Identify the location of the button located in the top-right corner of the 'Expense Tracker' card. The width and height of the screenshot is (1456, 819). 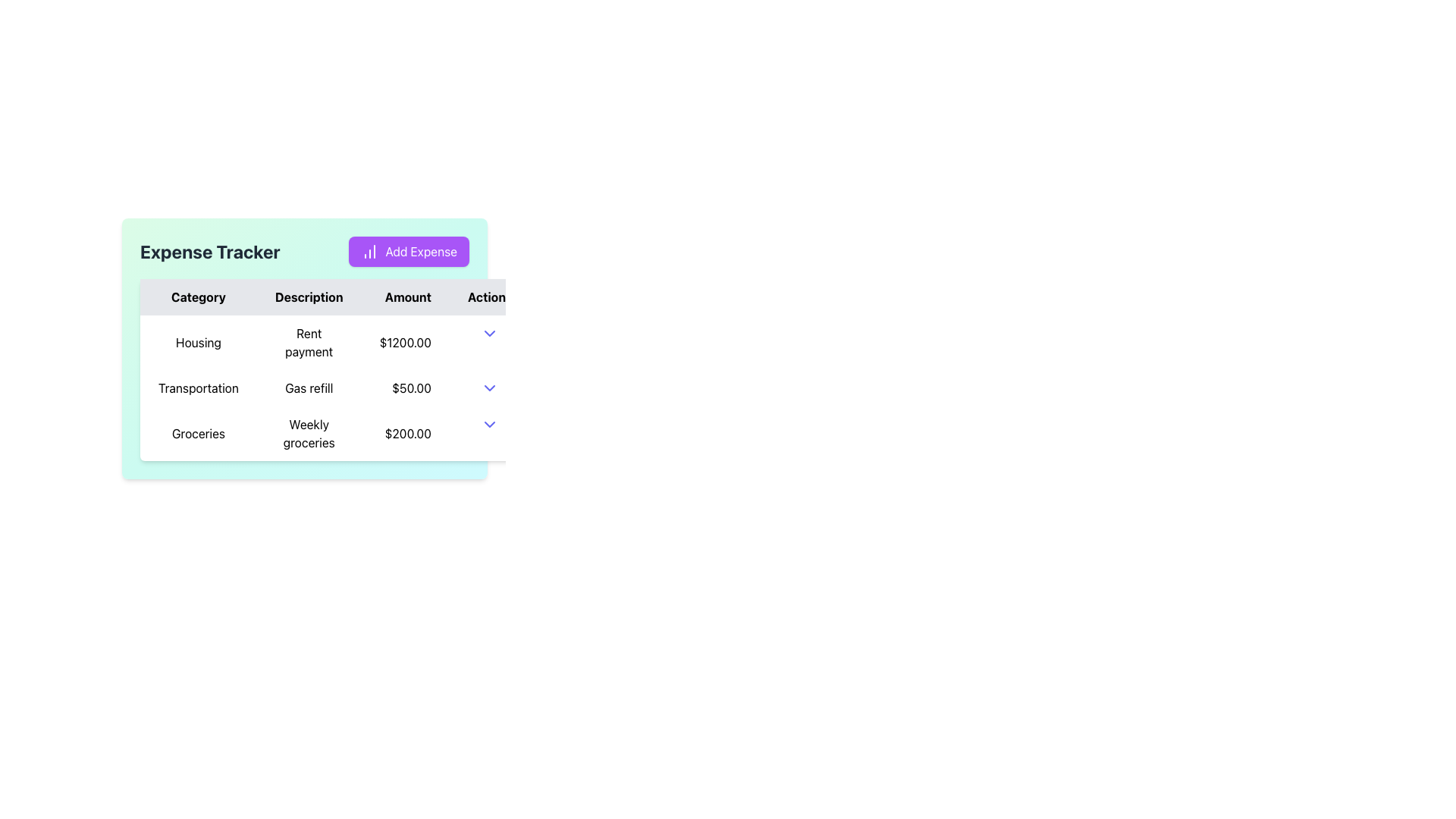
(409, 250).